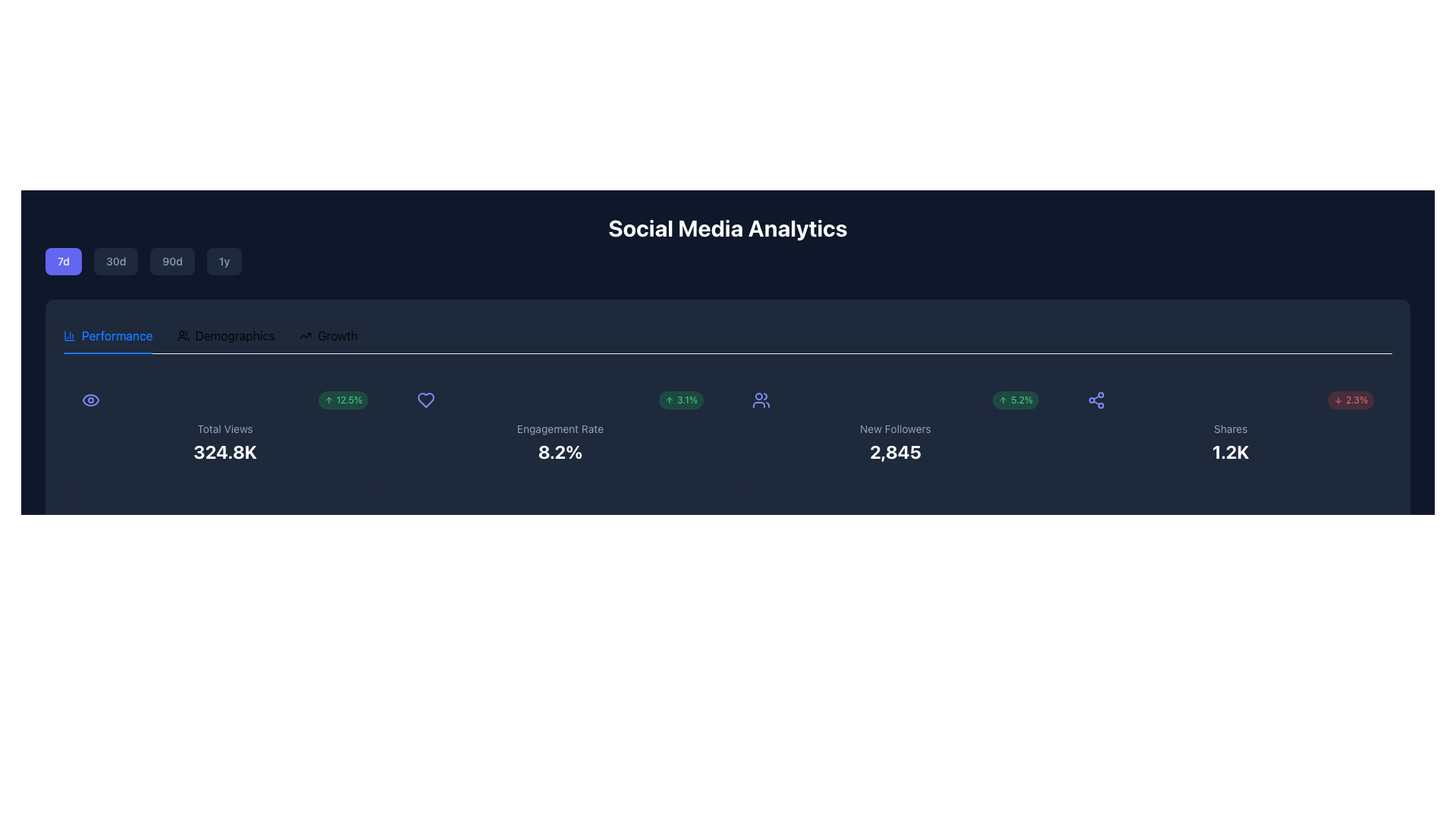 Image resolution: width=1456 pixels, height=819 pixels. What do you see at coordinates (895, 451) in the screenshot?
I see `the text label displaying '2,845' in bold white font, located in the card labeled 'New Followers' in the fourth position among data cards` at bounding box center [895, 451].